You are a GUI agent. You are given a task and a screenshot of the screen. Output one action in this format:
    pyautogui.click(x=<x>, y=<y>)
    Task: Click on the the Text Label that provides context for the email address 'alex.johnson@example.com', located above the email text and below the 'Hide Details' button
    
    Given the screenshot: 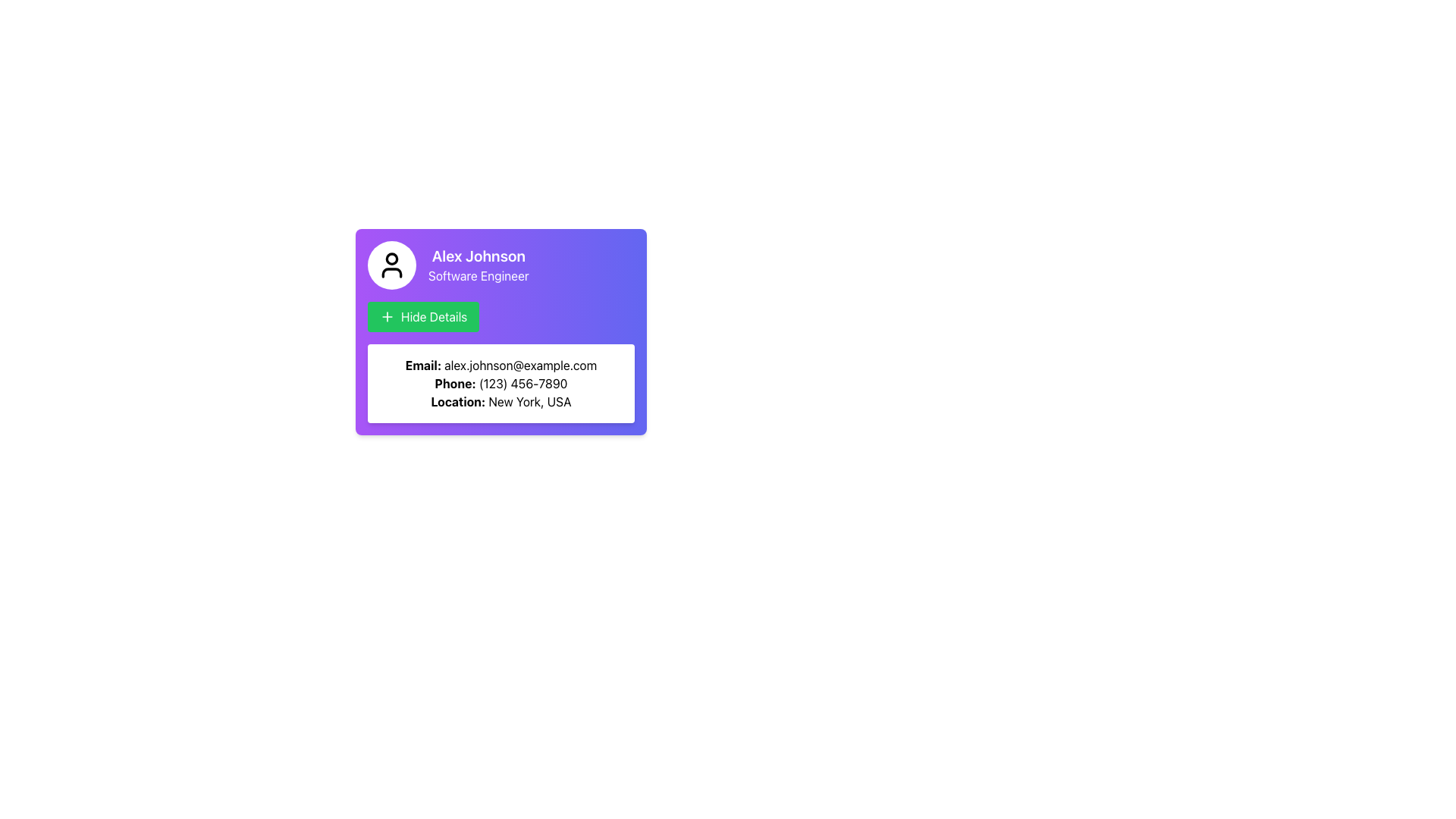 What is the action you would take?
    pyautogui.click(x=423, y=366)
    